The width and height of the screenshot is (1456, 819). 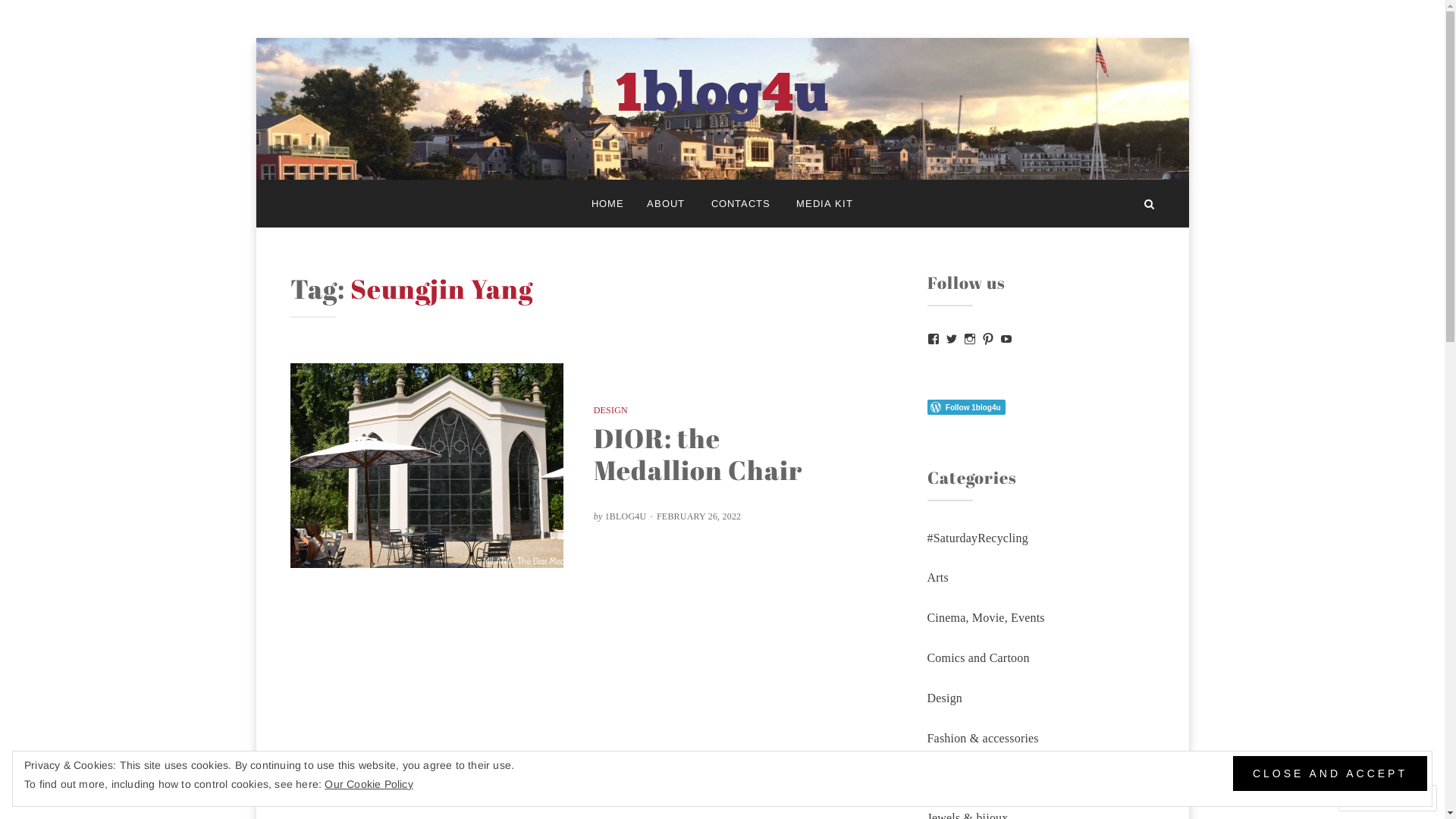 I want to click on 'FEBRUARY 26, 2022', so click(x=697, y=516).